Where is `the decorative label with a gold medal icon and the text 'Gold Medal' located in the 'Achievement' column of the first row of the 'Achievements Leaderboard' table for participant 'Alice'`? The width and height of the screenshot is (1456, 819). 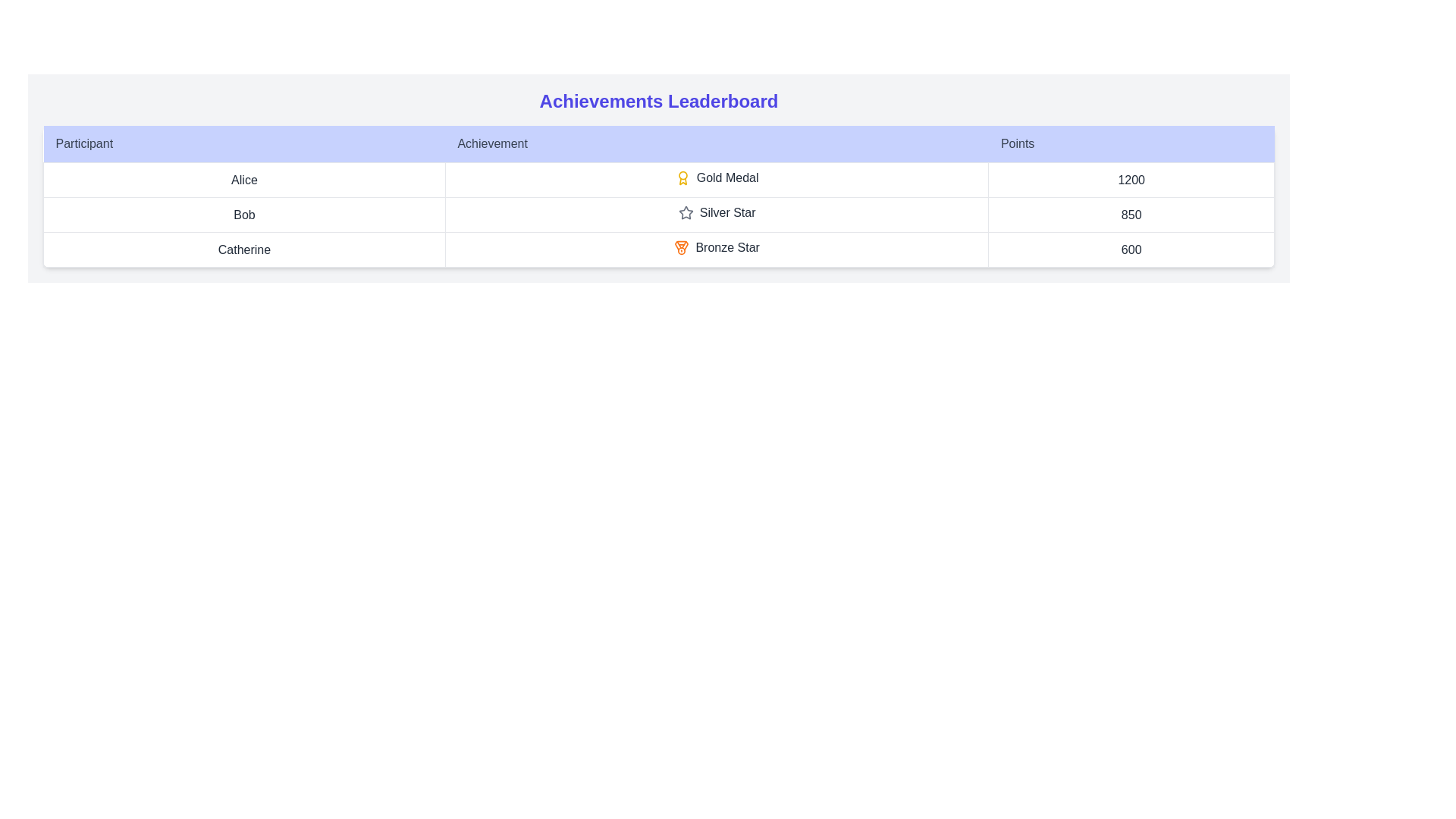 the decorative label with a gold medal icon and the text 'Gold Medal' located in the 'Achievement' column of the first row of the 'Achievements Leaderboard' table for participant 'Alice' is located at coordinates (716, 177).